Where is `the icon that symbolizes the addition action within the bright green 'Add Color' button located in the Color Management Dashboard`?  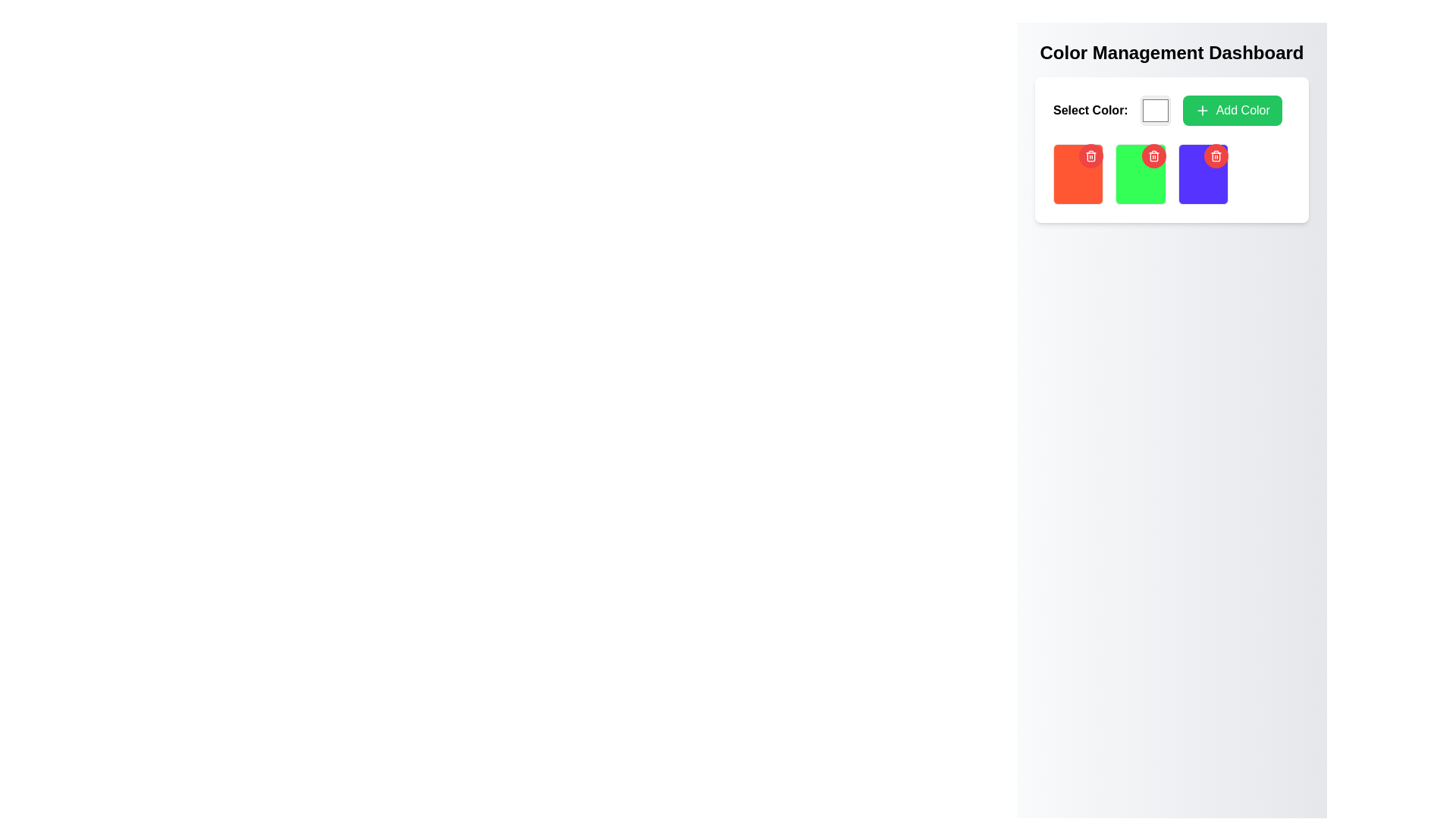
the icon that symbolizes the addition action within the bright green 'Add Color' button located in the Color Management Dashboard is located at coordinates (1201, 110).